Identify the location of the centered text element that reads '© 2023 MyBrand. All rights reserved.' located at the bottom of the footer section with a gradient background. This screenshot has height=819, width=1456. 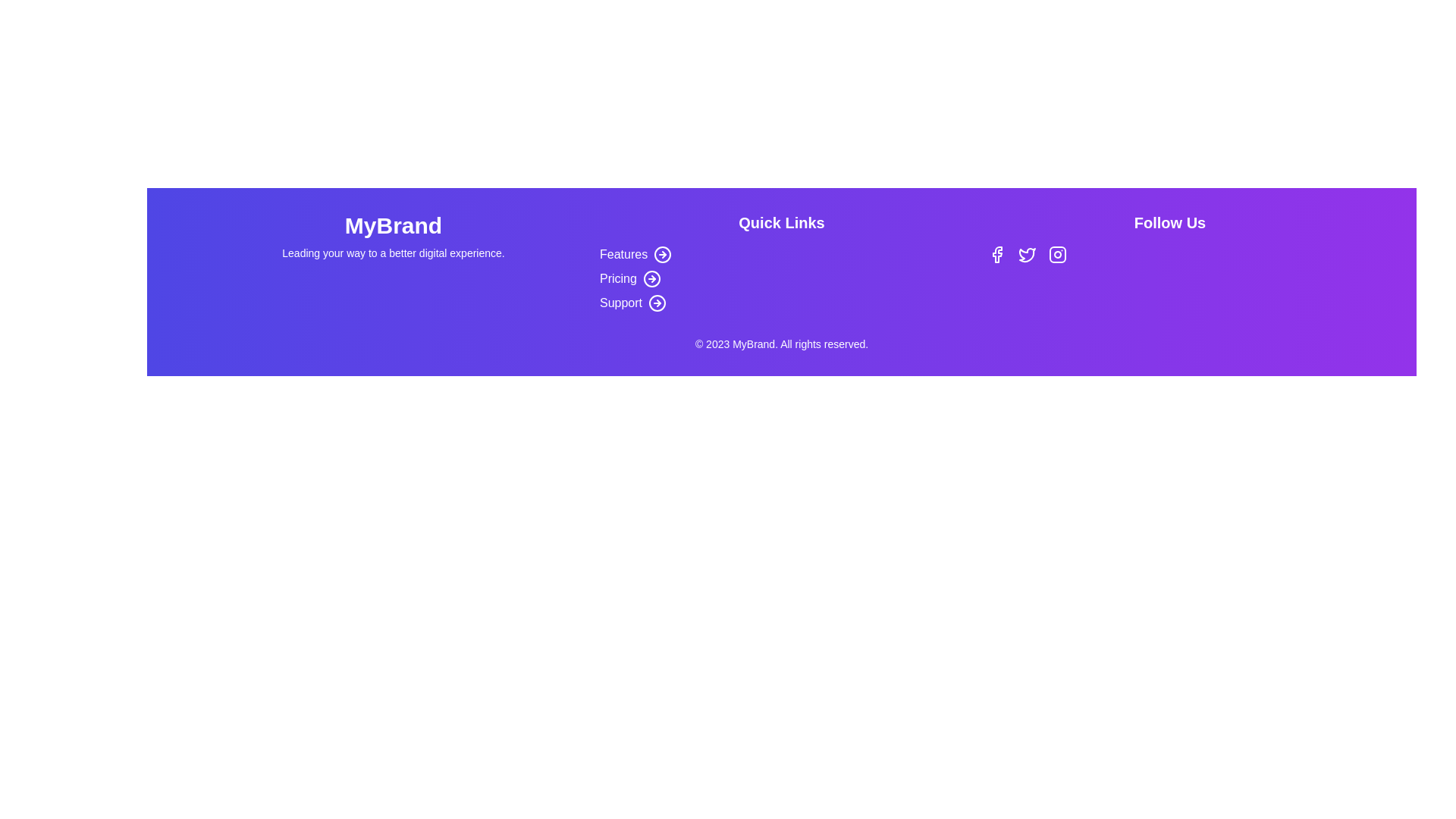
(782, 344).